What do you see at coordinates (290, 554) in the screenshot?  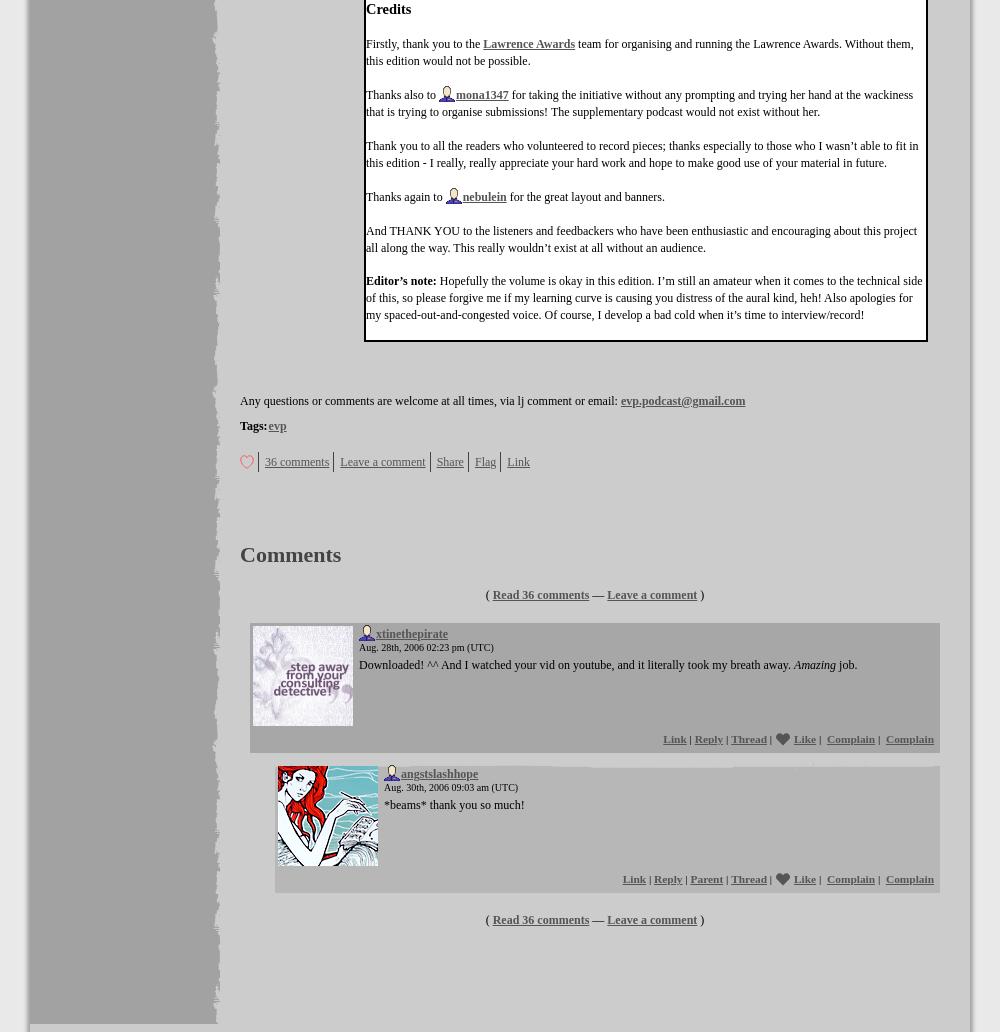 I see `'Comments'` at bounding box center [290, 554].